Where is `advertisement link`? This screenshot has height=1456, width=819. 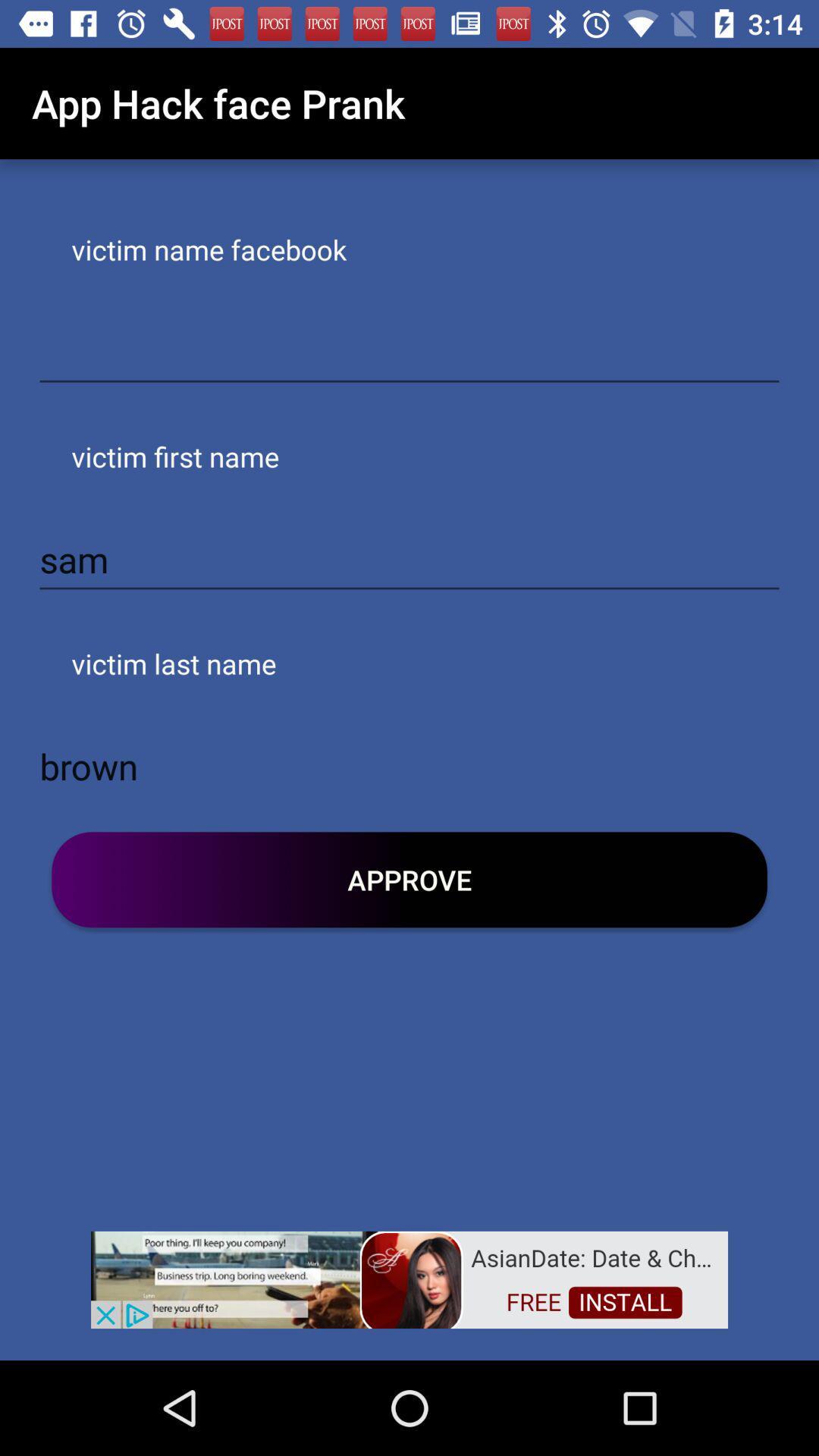 advertisement link is located at coordinates (409, 1278).